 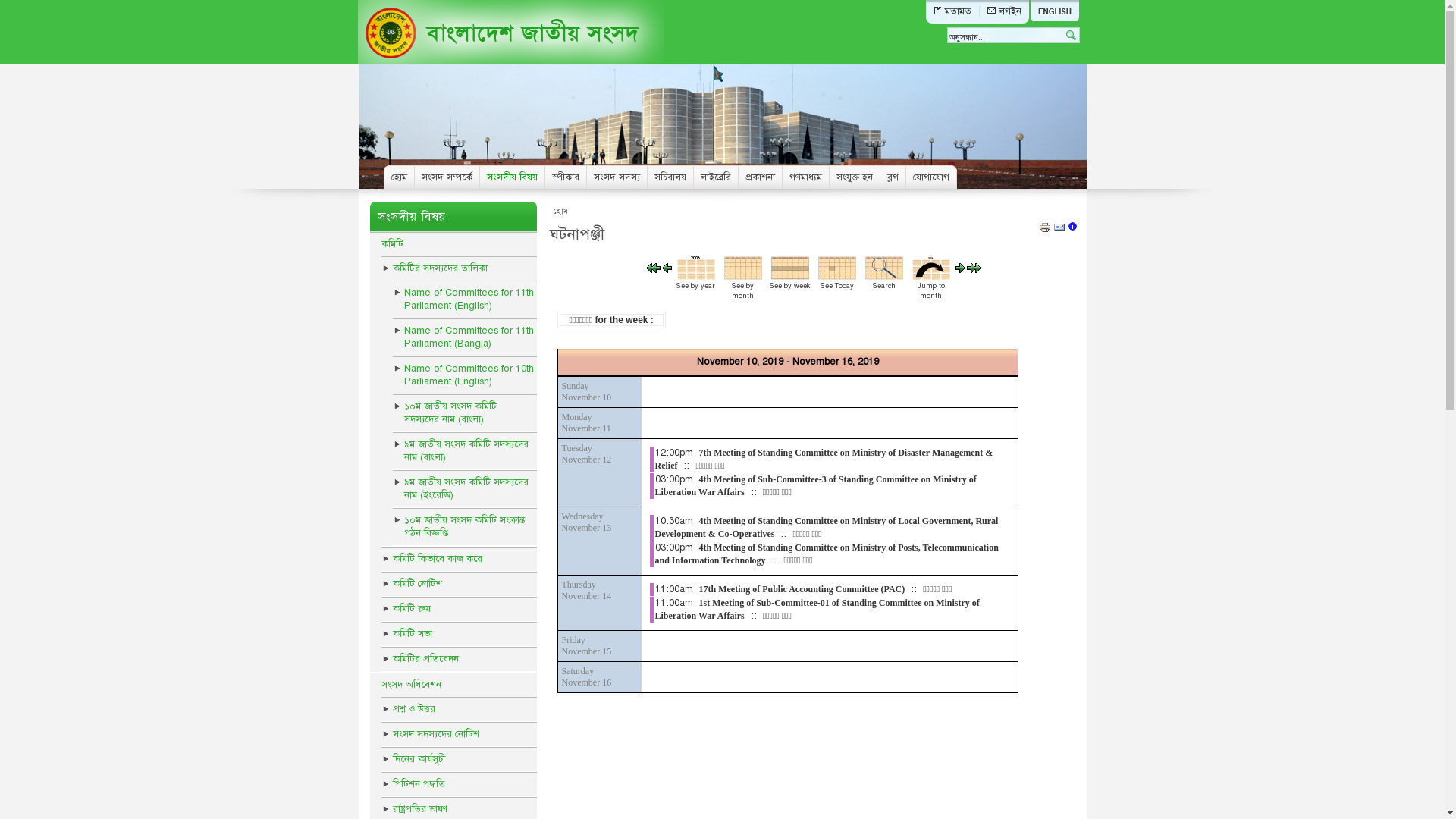 What do you see at coordinates (884, 277) in the screenshot?
I see `'Search'` at bounding box center [884, 277].